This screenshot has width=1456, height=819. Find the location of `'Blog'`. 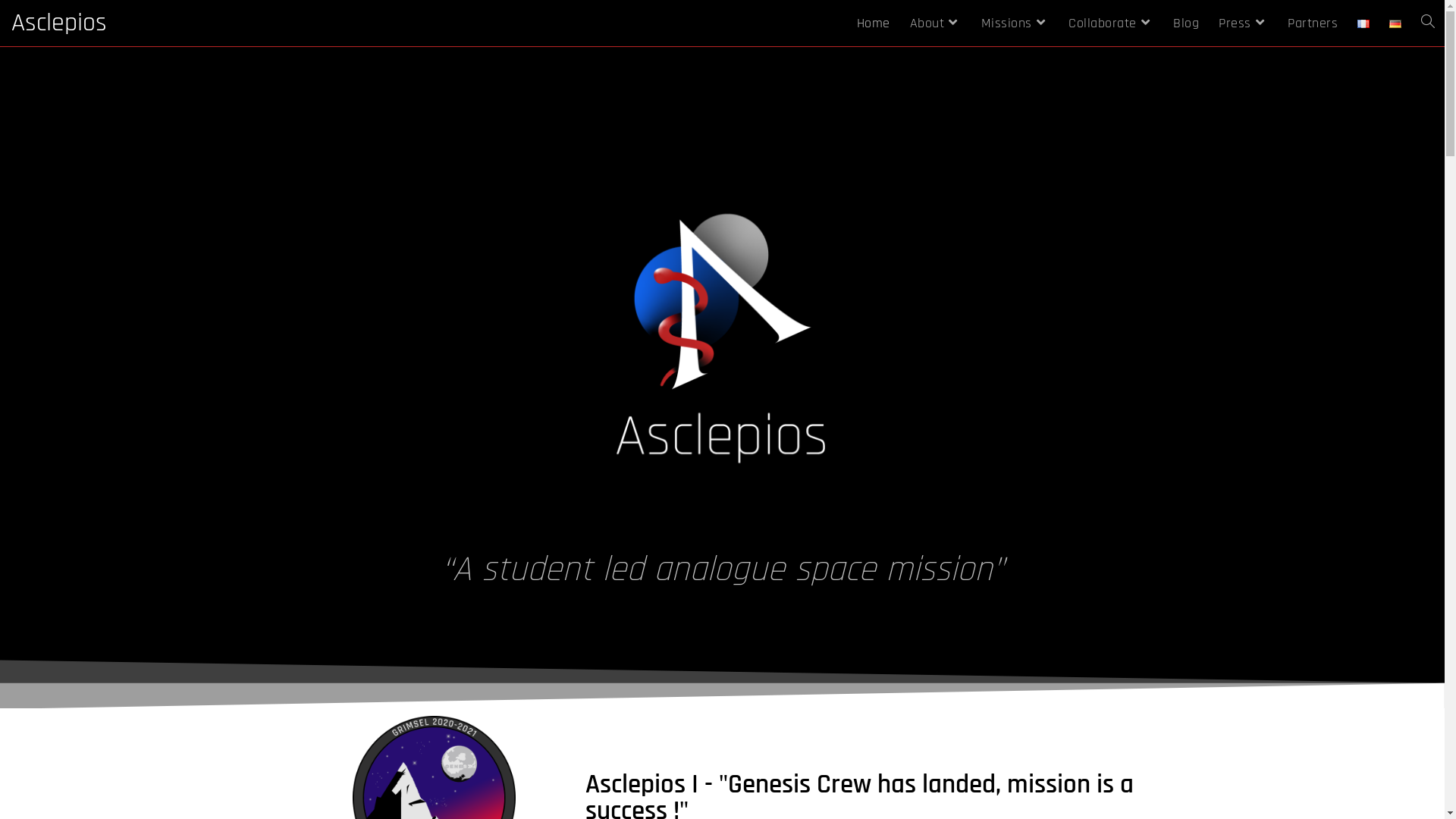

'Blog' is located at coordinates (1185, 23).